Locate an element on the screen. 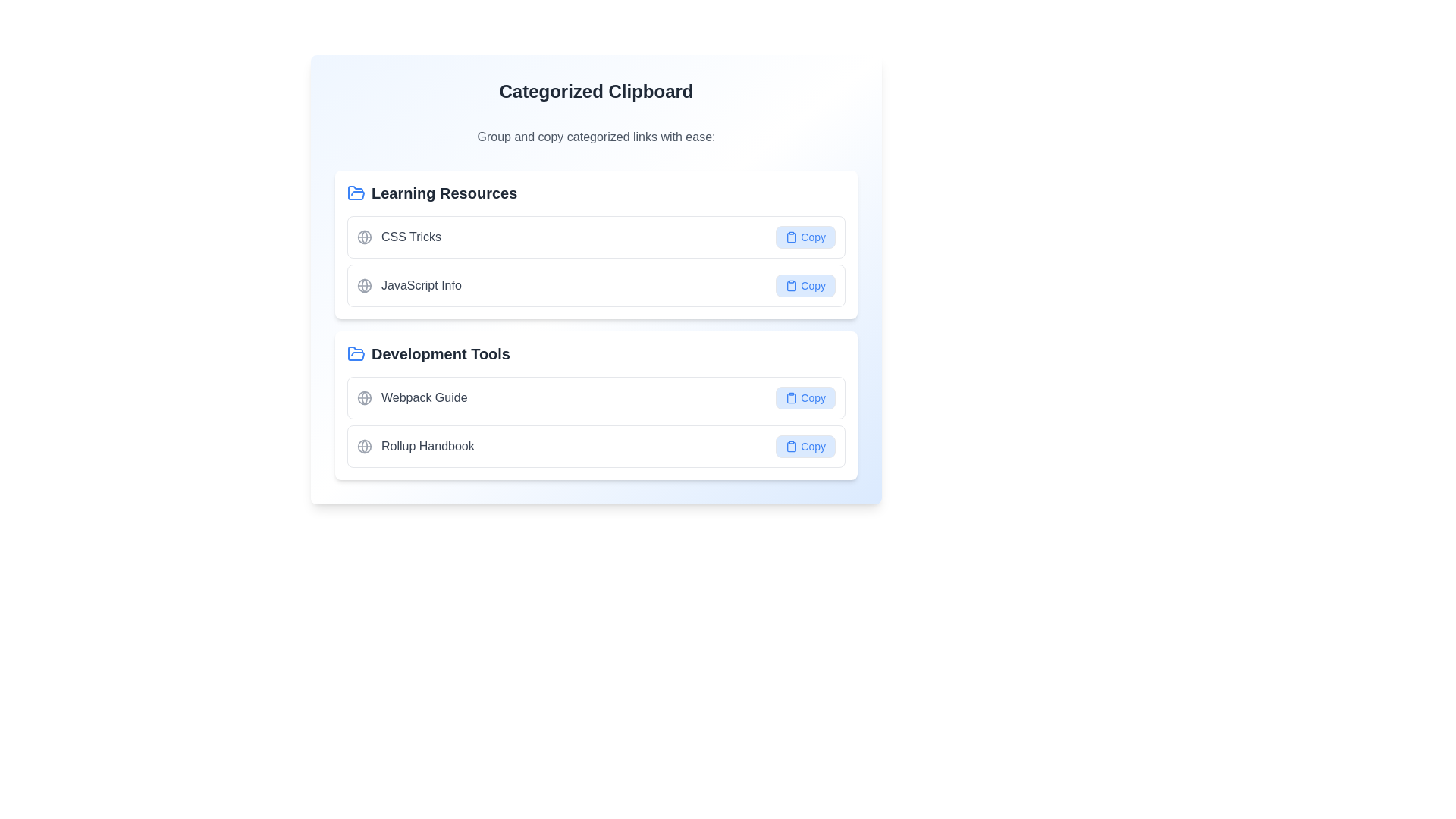 This screenshot has height=819, width=1456. the interactive button located to the far right of the 'JavaScript Info' text in the 'Learning Resources' section to copy the associated text to the clipboard is located at coordinates (805, 286).